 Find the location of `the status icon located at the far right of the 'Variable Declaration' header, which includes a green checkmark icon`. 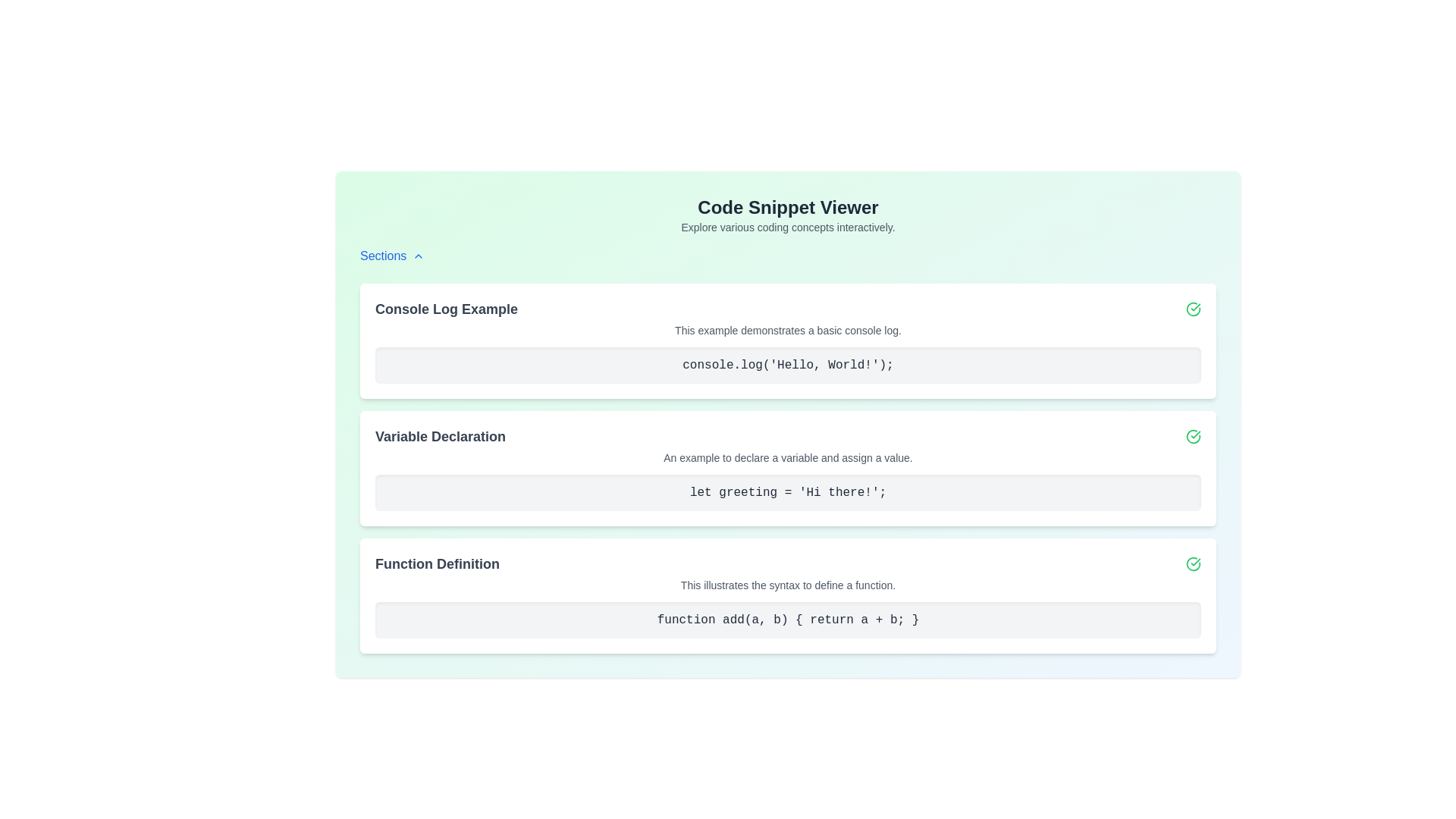

the status icon located at the far right of the 'Variable Declaration' header, which includes a green checkmark icon is located at coordinates (788, 436).